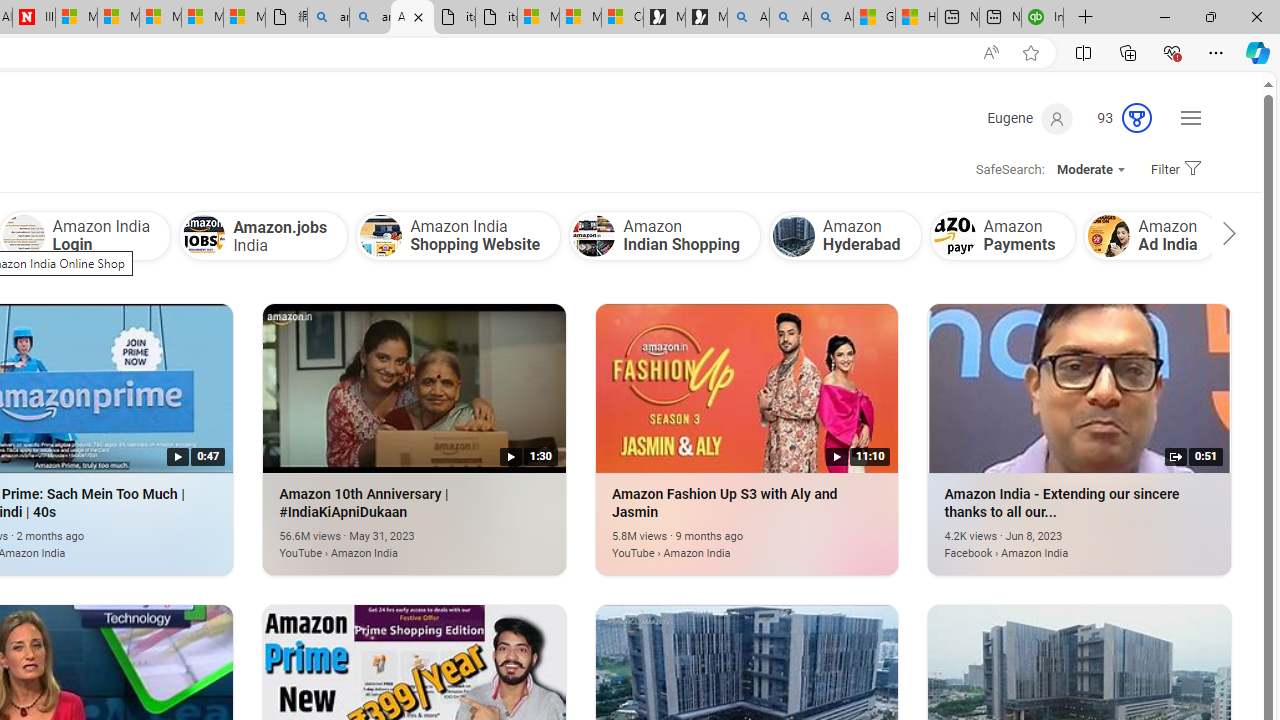 Image resolution: width=1280 pixels, height=720 pixels. What do you see at coordinates (1090, 168) in the screenshot?
I see `'Moderate'` at bounding box center [1090, 168].